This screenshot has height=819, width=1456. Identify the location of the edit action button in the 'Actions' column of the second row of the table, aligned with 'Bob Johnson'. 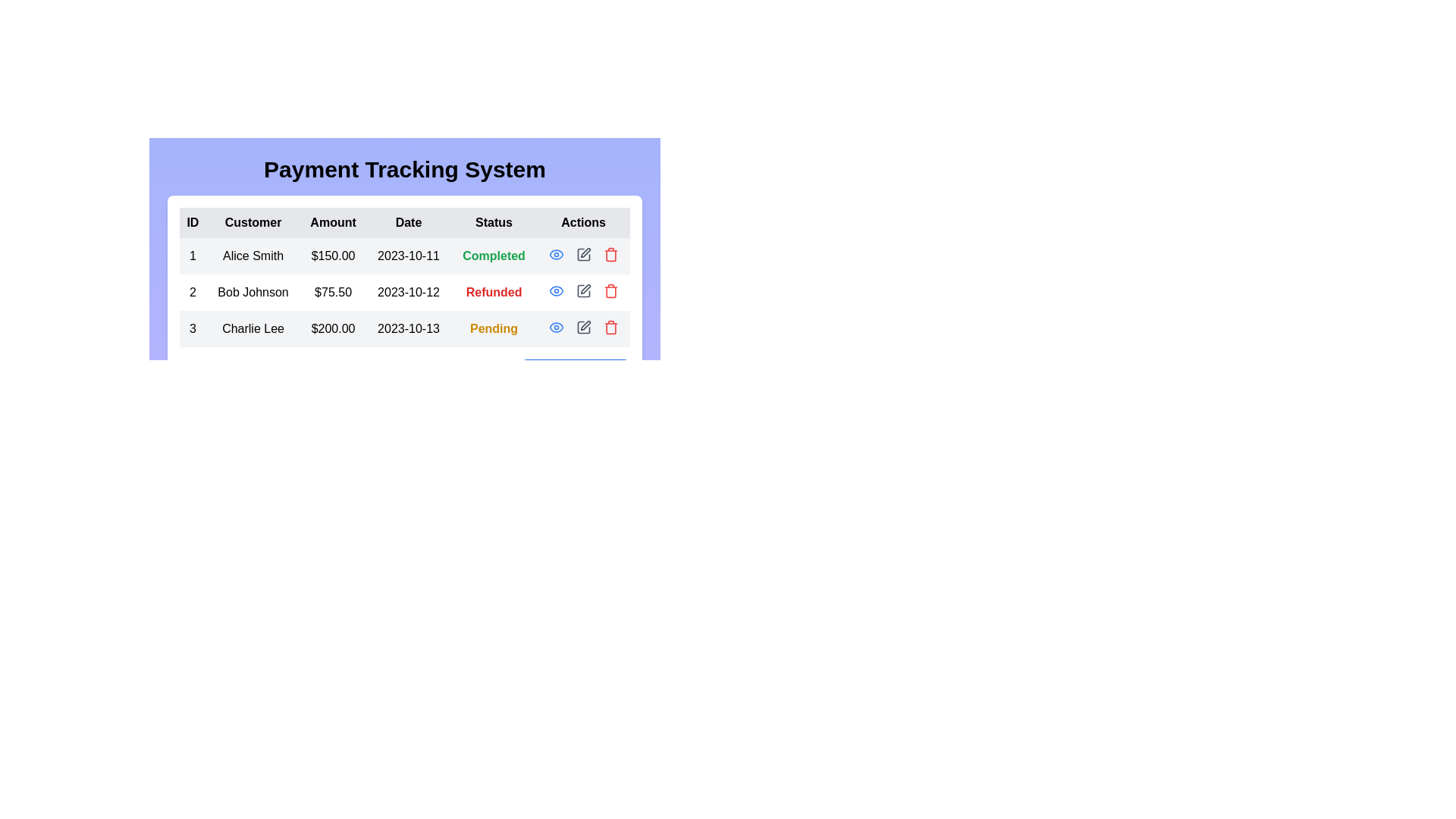
(585, 252).